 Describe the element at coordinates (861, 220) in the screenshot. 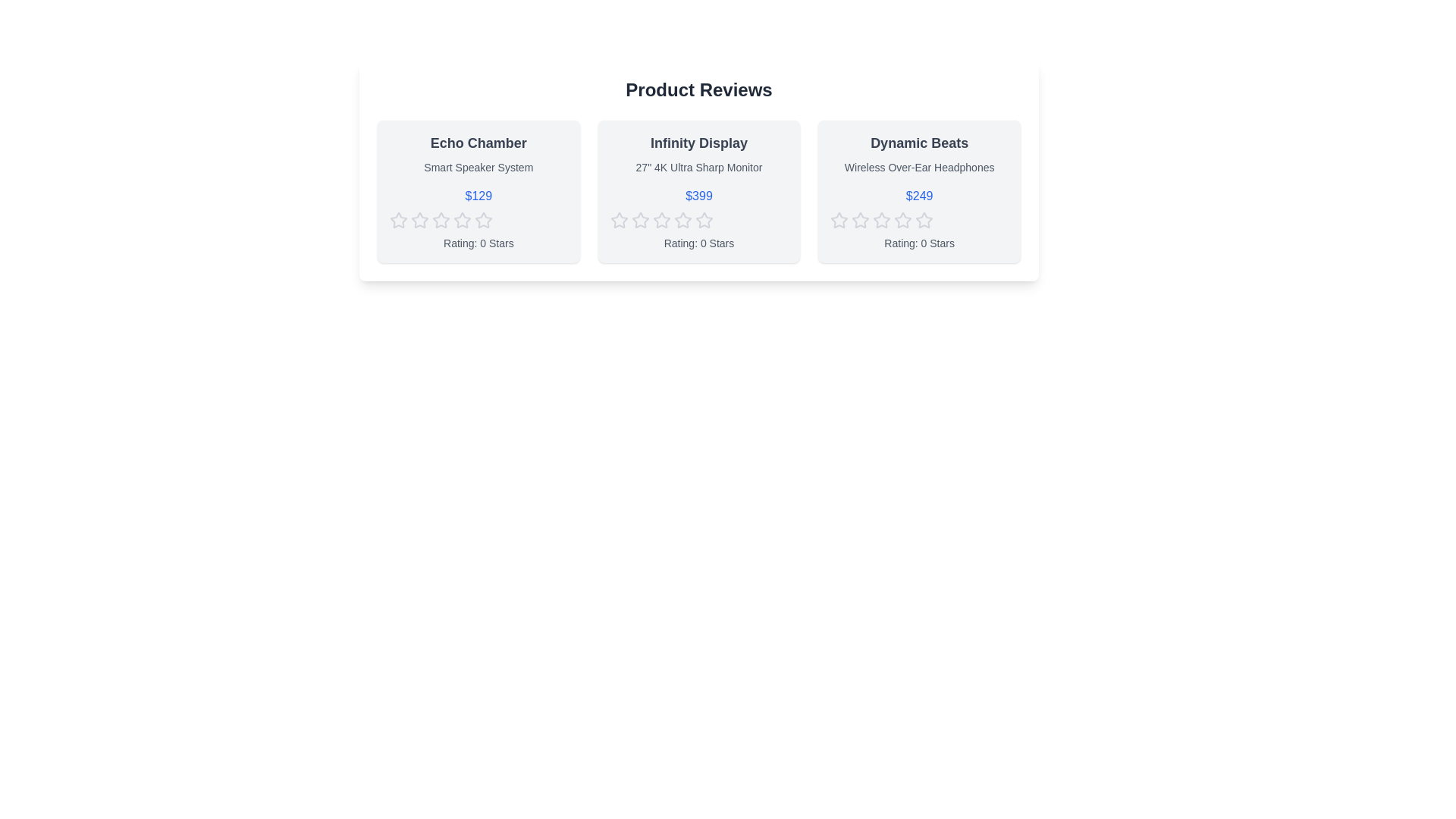

I see `the third star icon from the left in the rating stars for the 'Dynamic Beats' product located in the 'Product Reviews' section` at that location.